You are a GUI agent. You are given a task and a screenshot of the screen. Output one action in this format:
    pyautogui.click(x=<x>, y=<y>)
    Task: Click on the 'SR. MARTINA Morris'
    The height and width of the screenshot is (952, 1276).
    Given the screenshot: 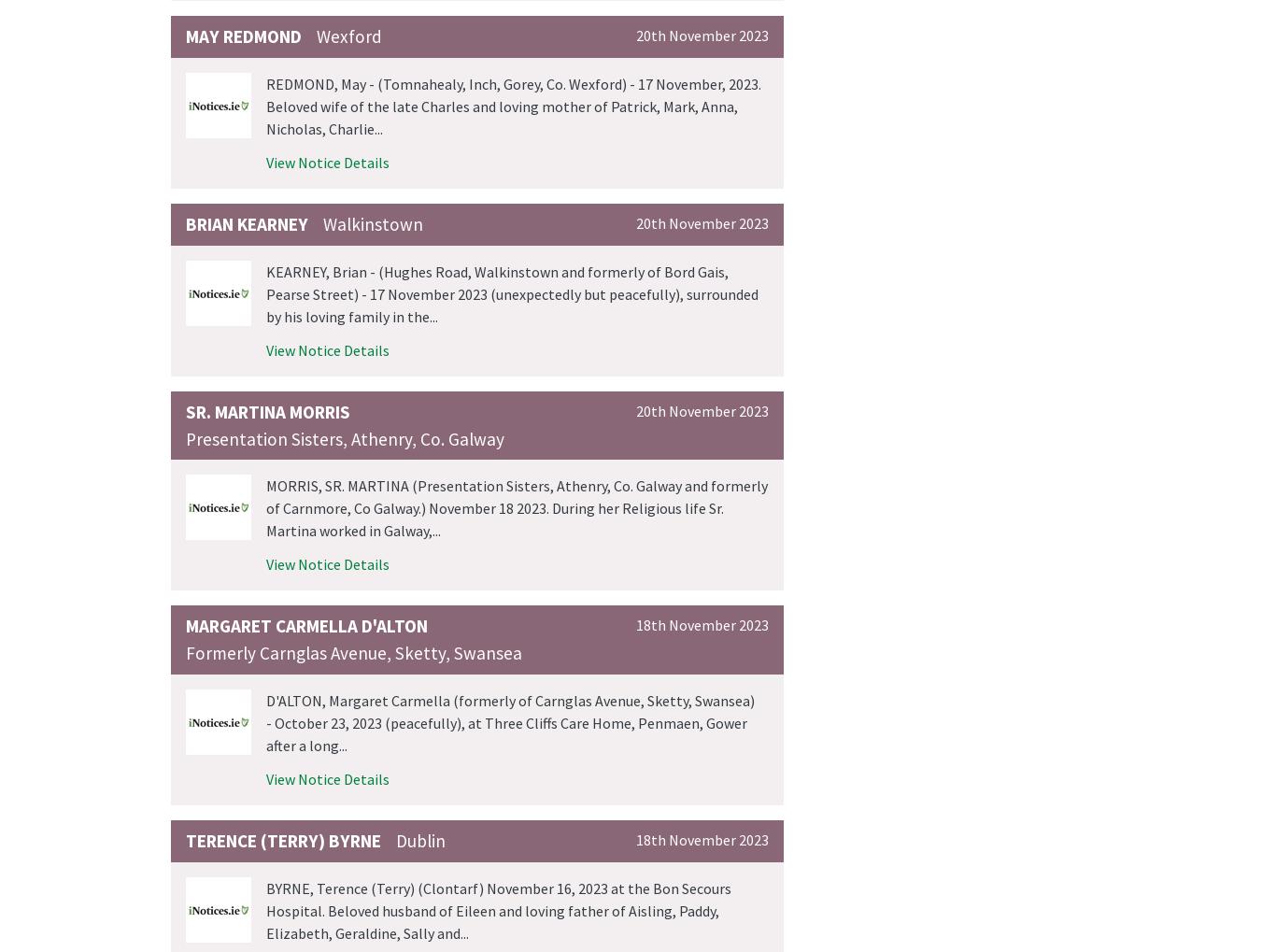 What is the action you would take?
    pyautogui.click(x=185, y=411)
    